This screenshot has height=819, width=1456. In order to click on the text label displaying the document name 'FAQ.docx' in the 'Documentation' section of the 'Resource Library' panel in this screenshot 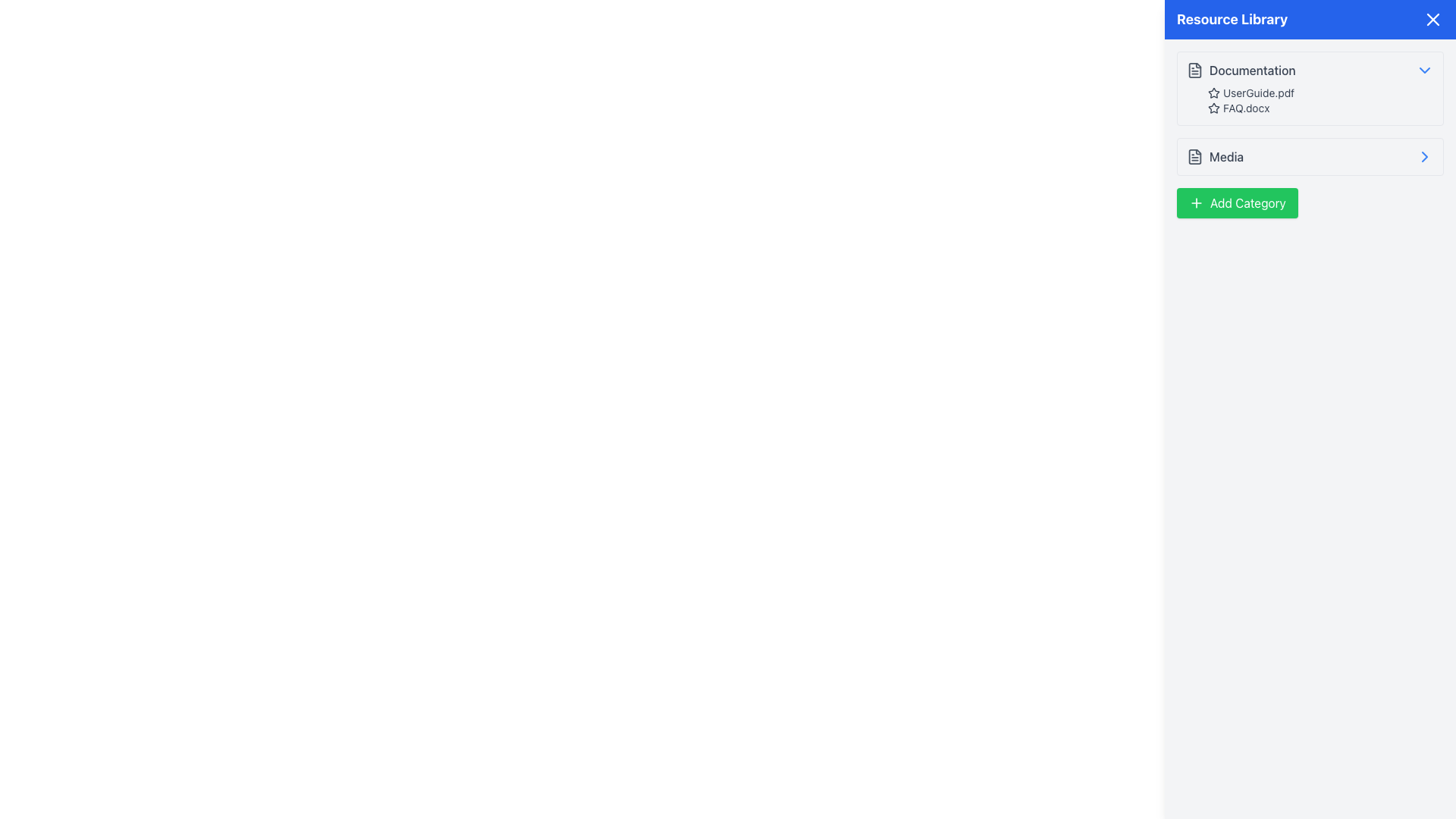, I will do `click(1246, 107)`.